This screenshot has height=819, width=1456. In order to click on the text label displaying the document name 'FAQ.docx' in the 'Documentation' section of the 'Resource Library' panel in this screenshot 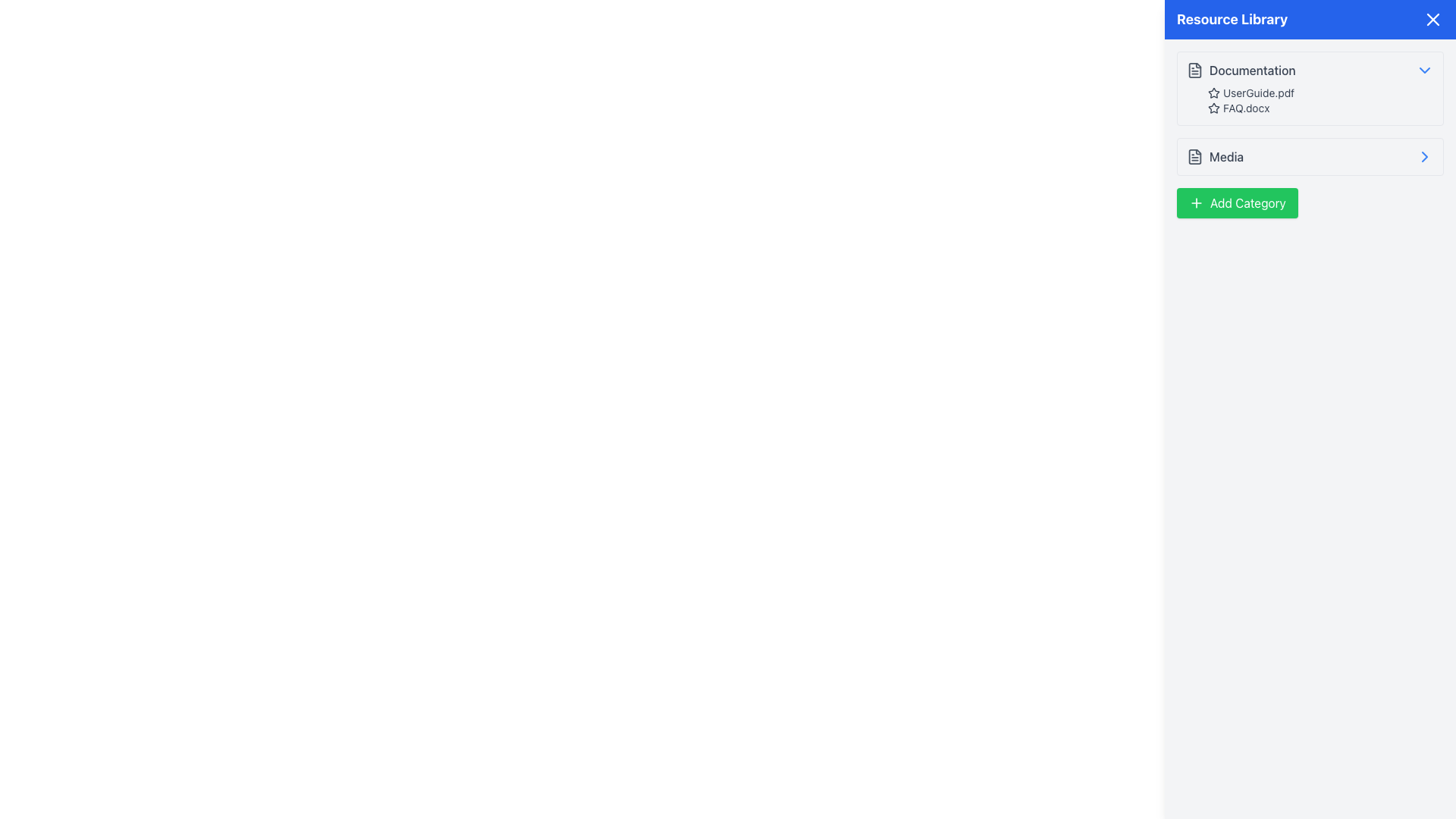, I will do `click(1246, 107)`.